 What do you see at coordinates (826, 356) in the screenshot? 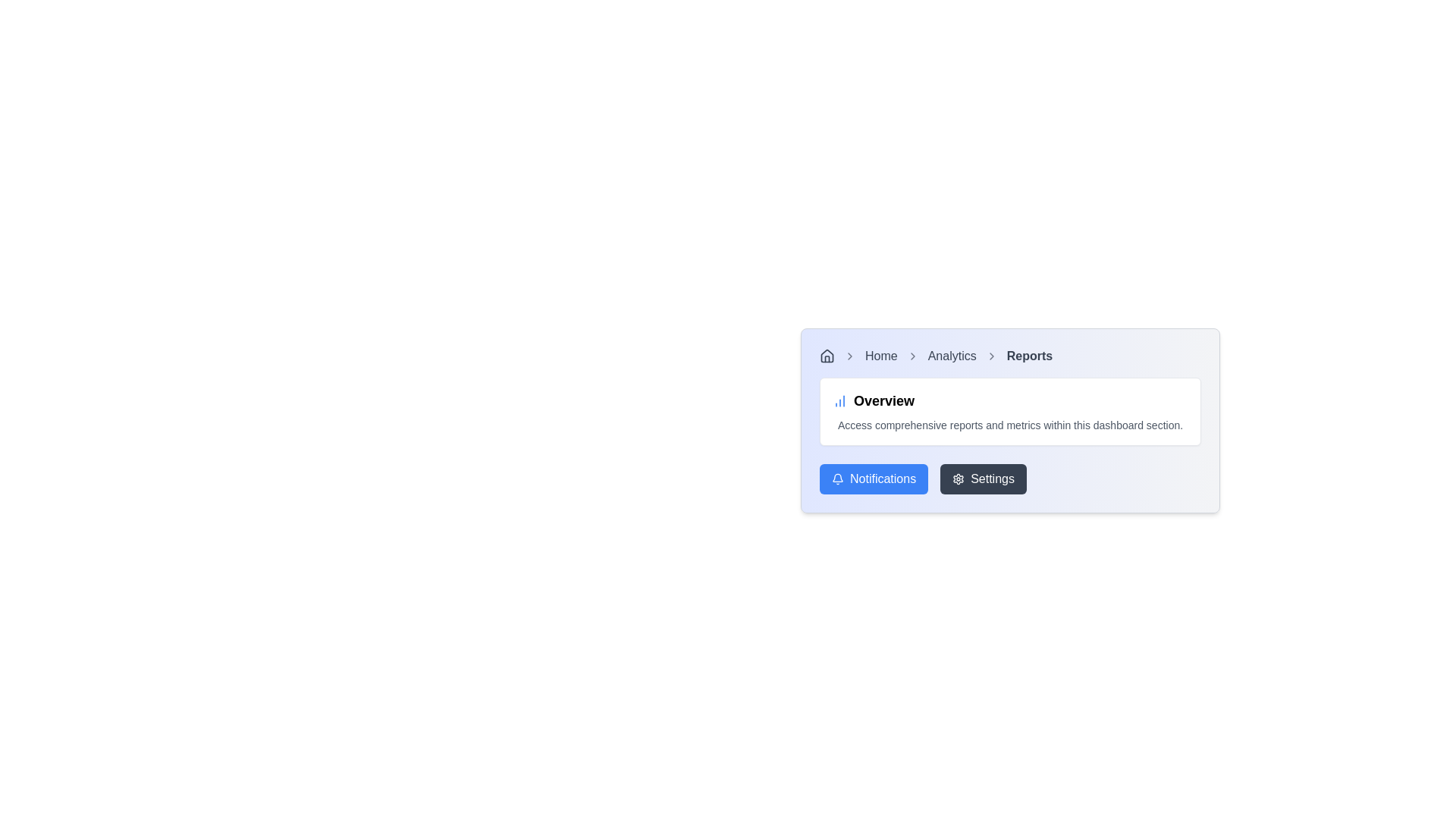
I see `the small house icon representing the 'Home' section in the breadcrumb navigation bar` at bounding box center [826, 356].